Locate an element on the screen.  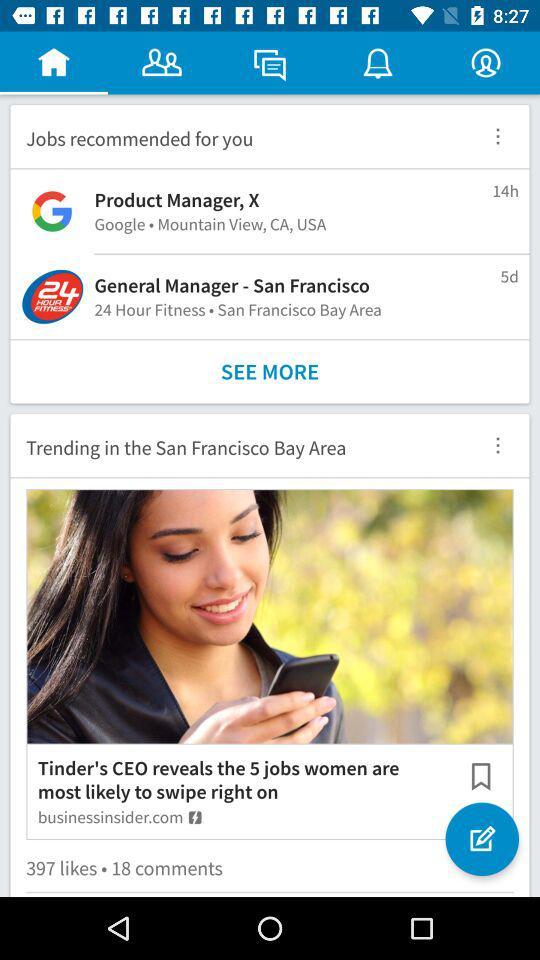
see more icon is located at coordinates (270, 371).